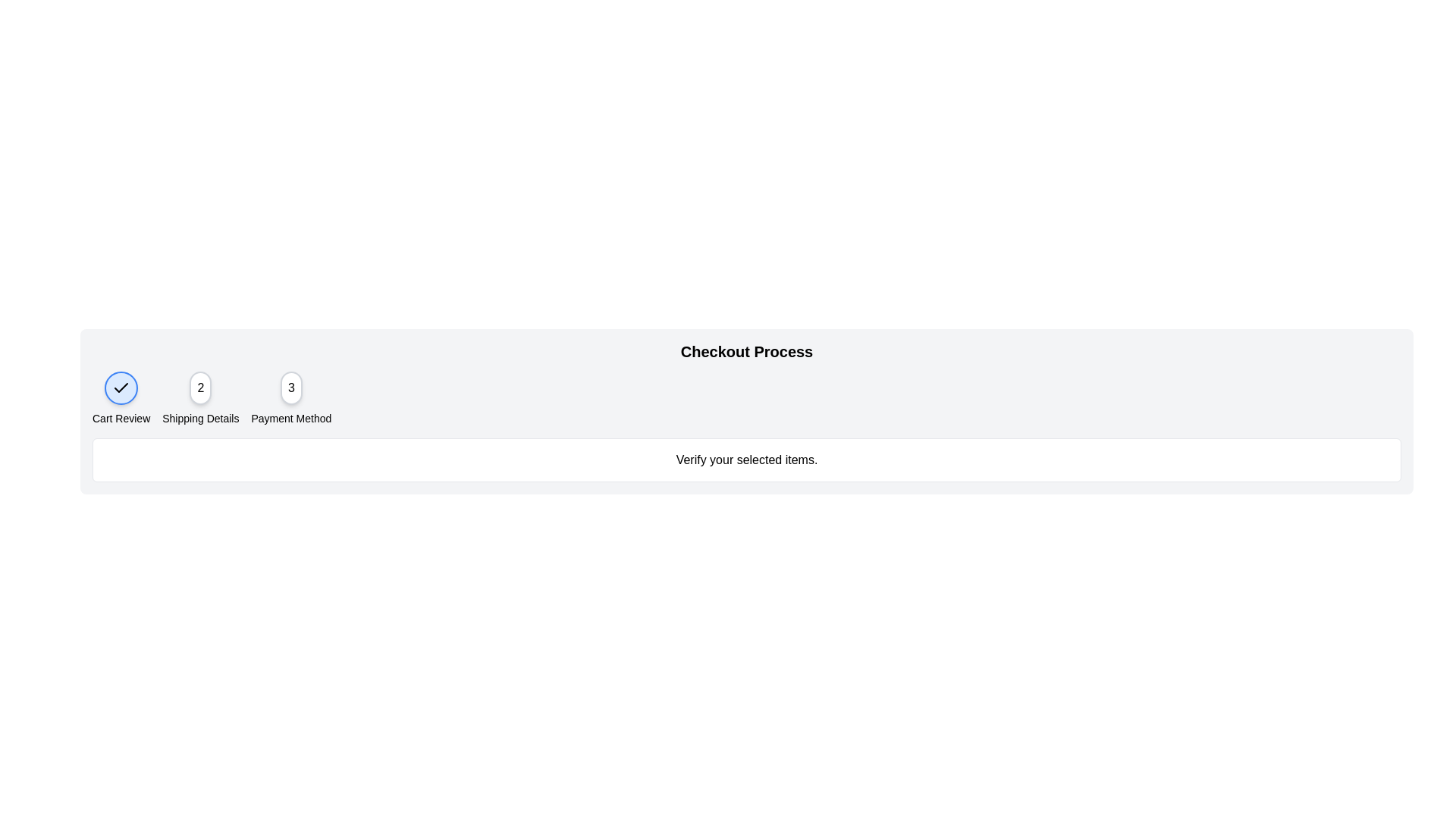  I want to click on the step indicator for the second step labeled 'Shipping Details' in the multi-step progress bar, so click(199, 388).